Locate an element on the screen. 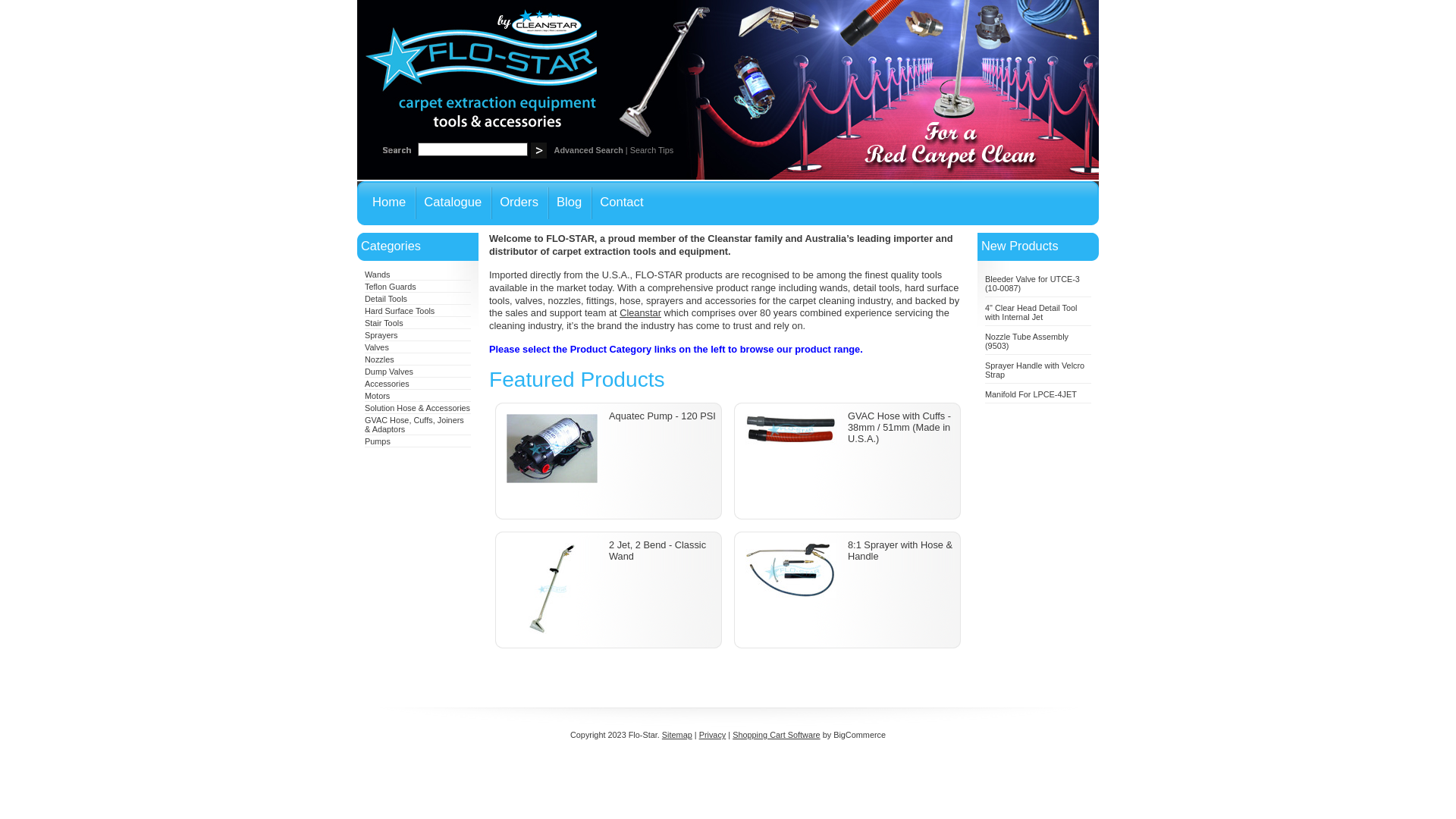  '4" Clear Head Detail Tool with Internal Jet' is located at coordinates (1031, 312).